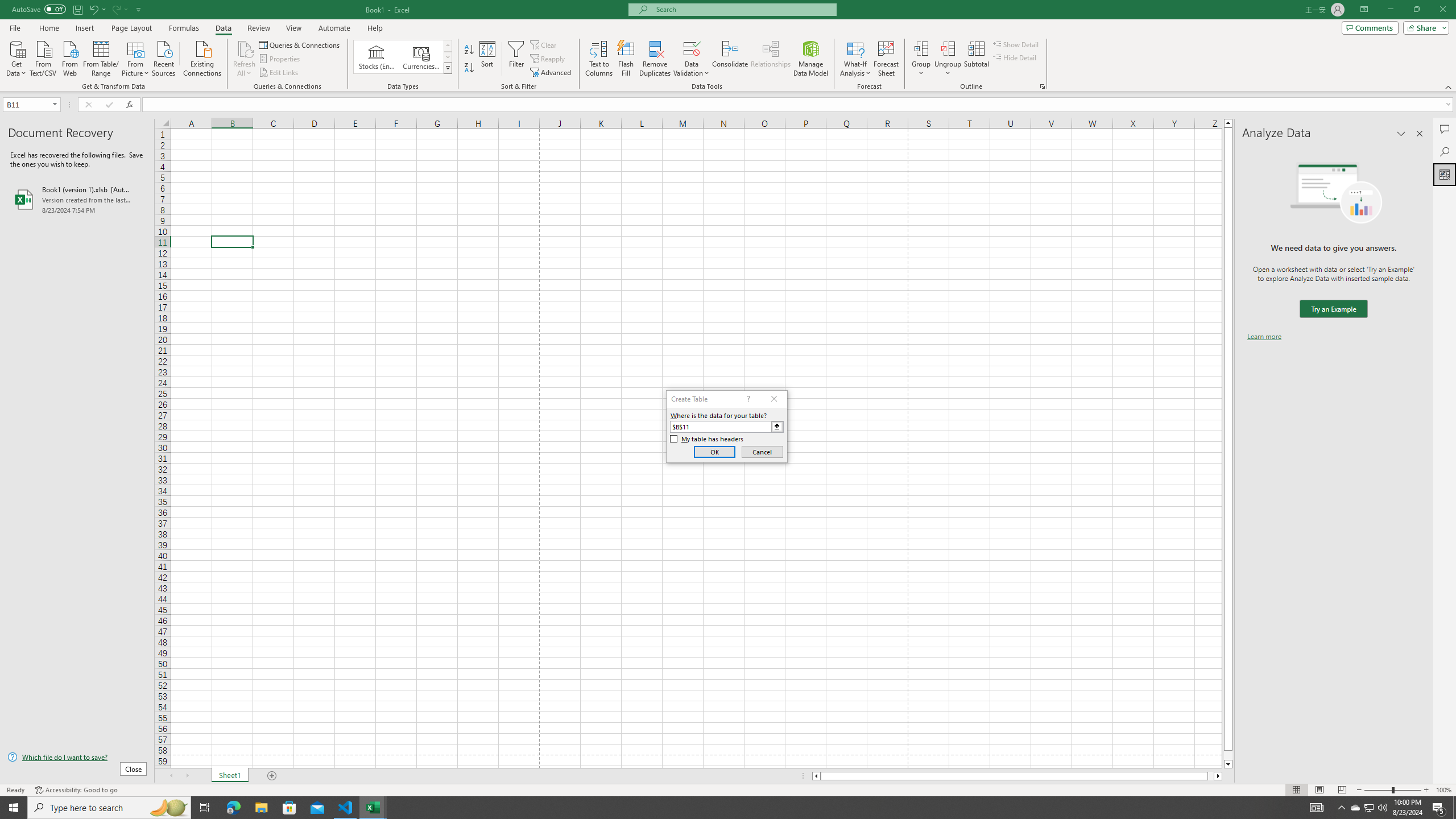 This screenshot has width=1456, height=819. I want to click on 'Task Pane Options', so click(1401, 133).